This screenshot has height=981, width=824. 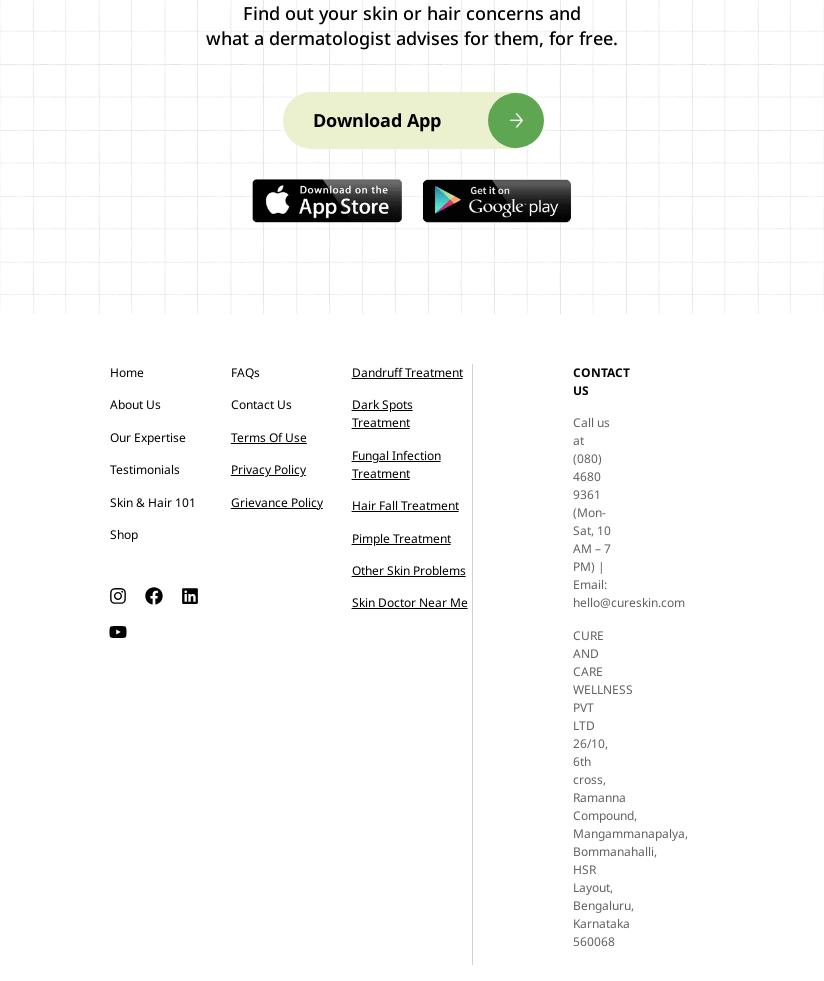 I want to click on 'CONTACT US', so click(x=601, y=380).